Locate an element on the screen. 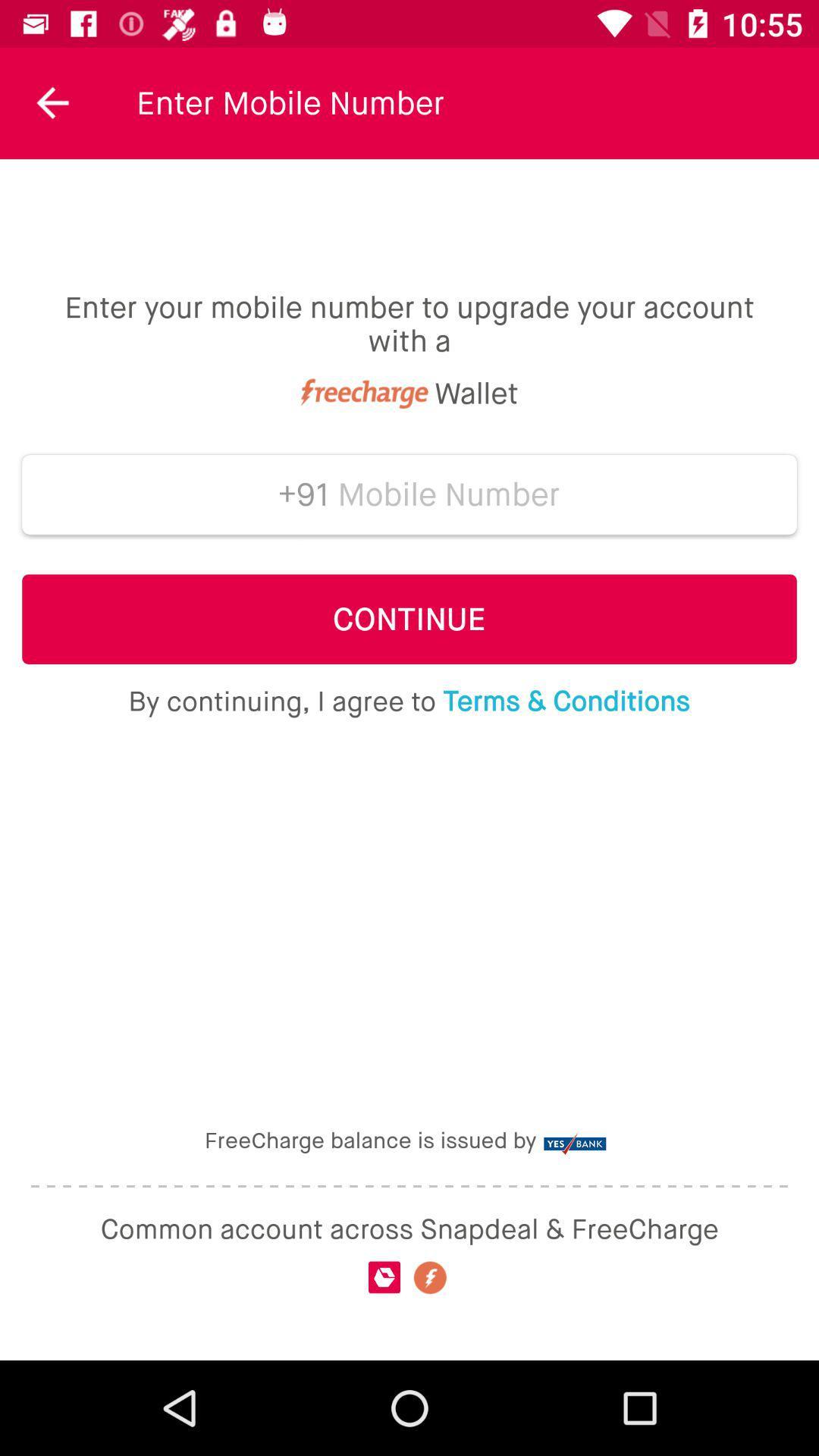 The image size is (819, 1456). the snapdeal icon on the web page is located at coordinates (383, 1276).